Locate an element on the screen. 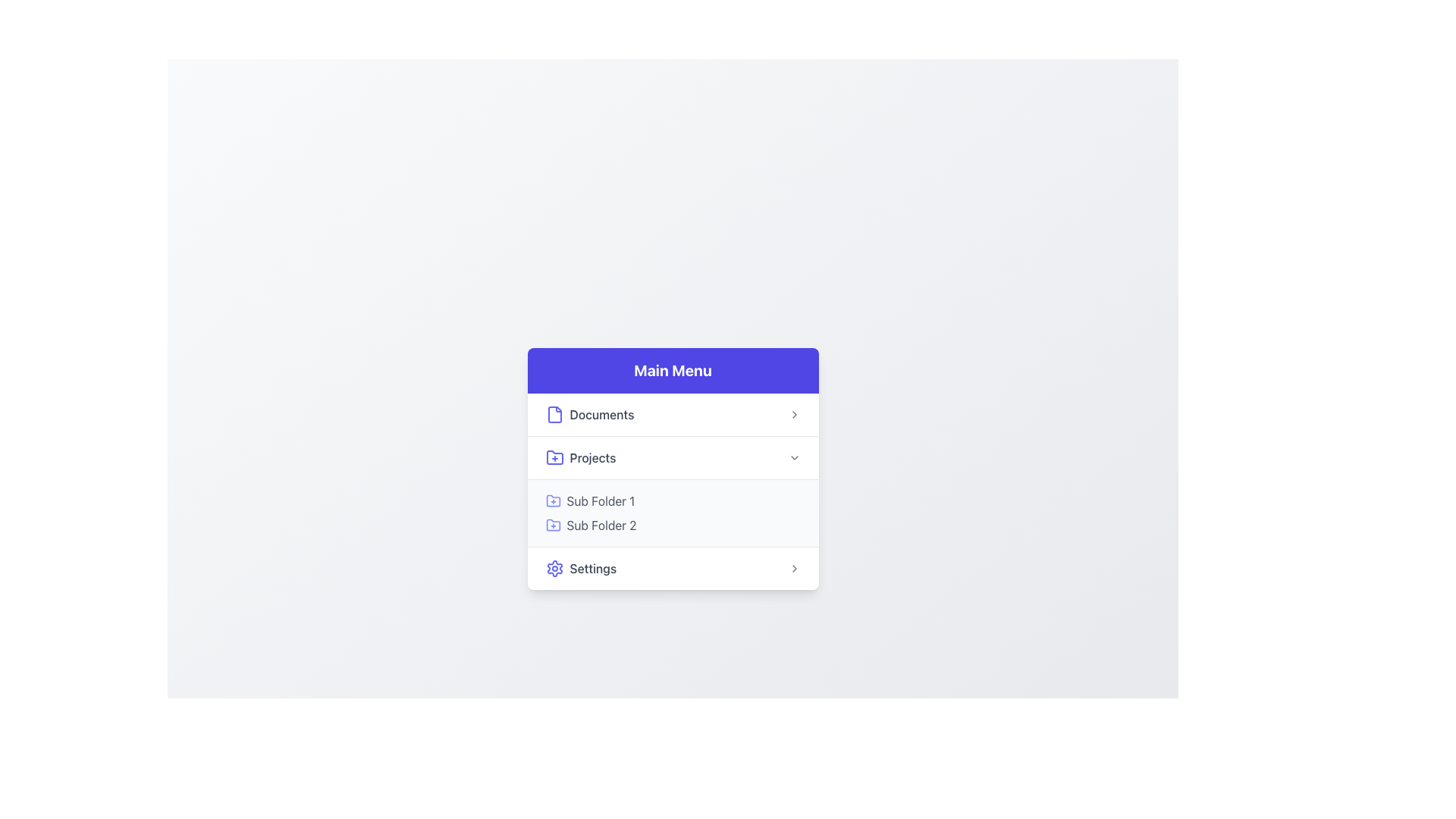 The width and height of the screenshot is (1456, 819). the folder icon with a plus symbol overlay, which is part of the 'Sub Folder 2' entry in the vertical list is located at coordinates (552, 524).